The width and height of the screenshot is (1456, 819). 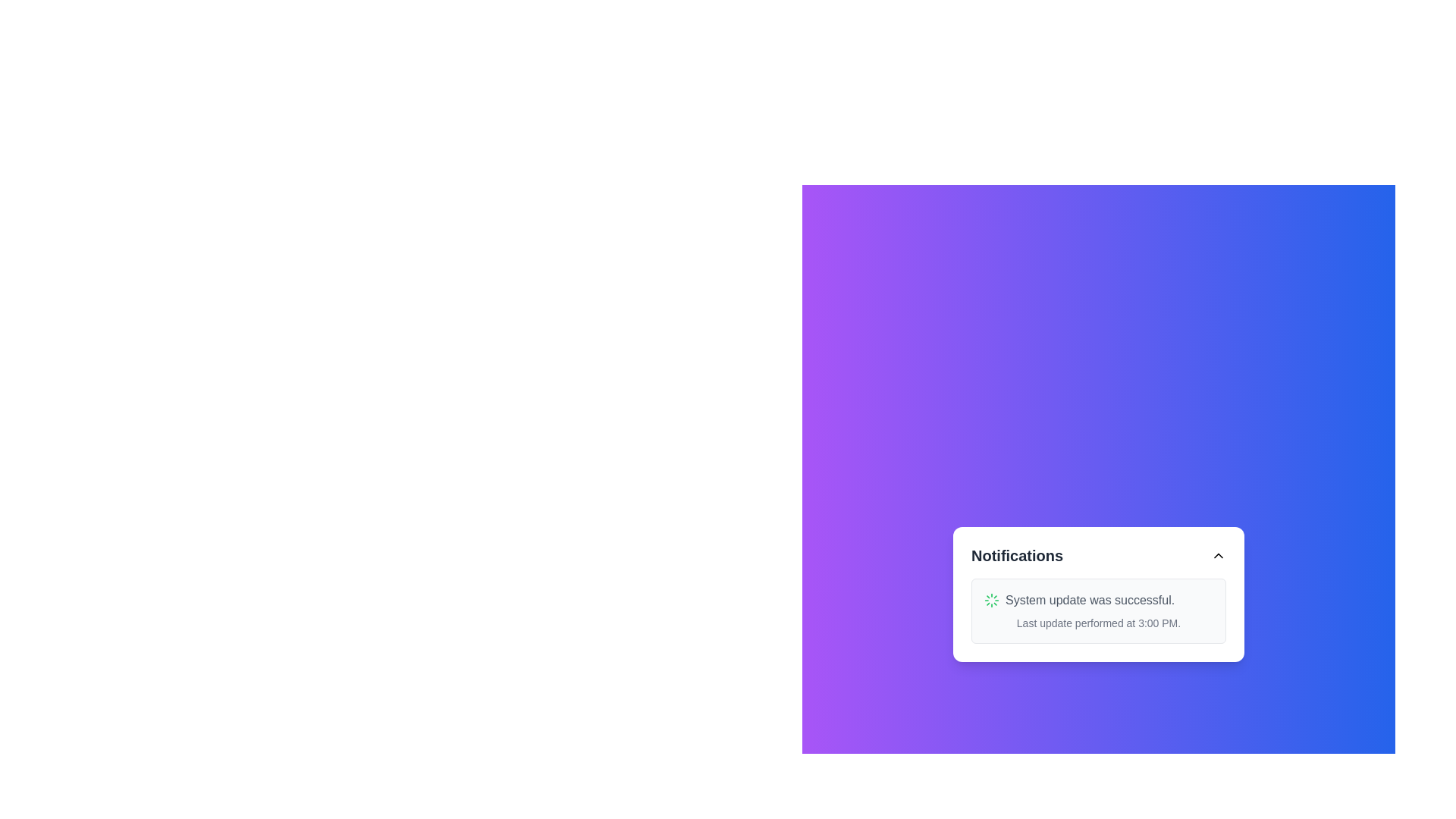 What do you see at coordinates (1099, 623) in the screenshot?
I see `the informational text block that indicates the last update time, located below the primary message 'System update was successful' in the notification card` at bounding box center [1099, 623].